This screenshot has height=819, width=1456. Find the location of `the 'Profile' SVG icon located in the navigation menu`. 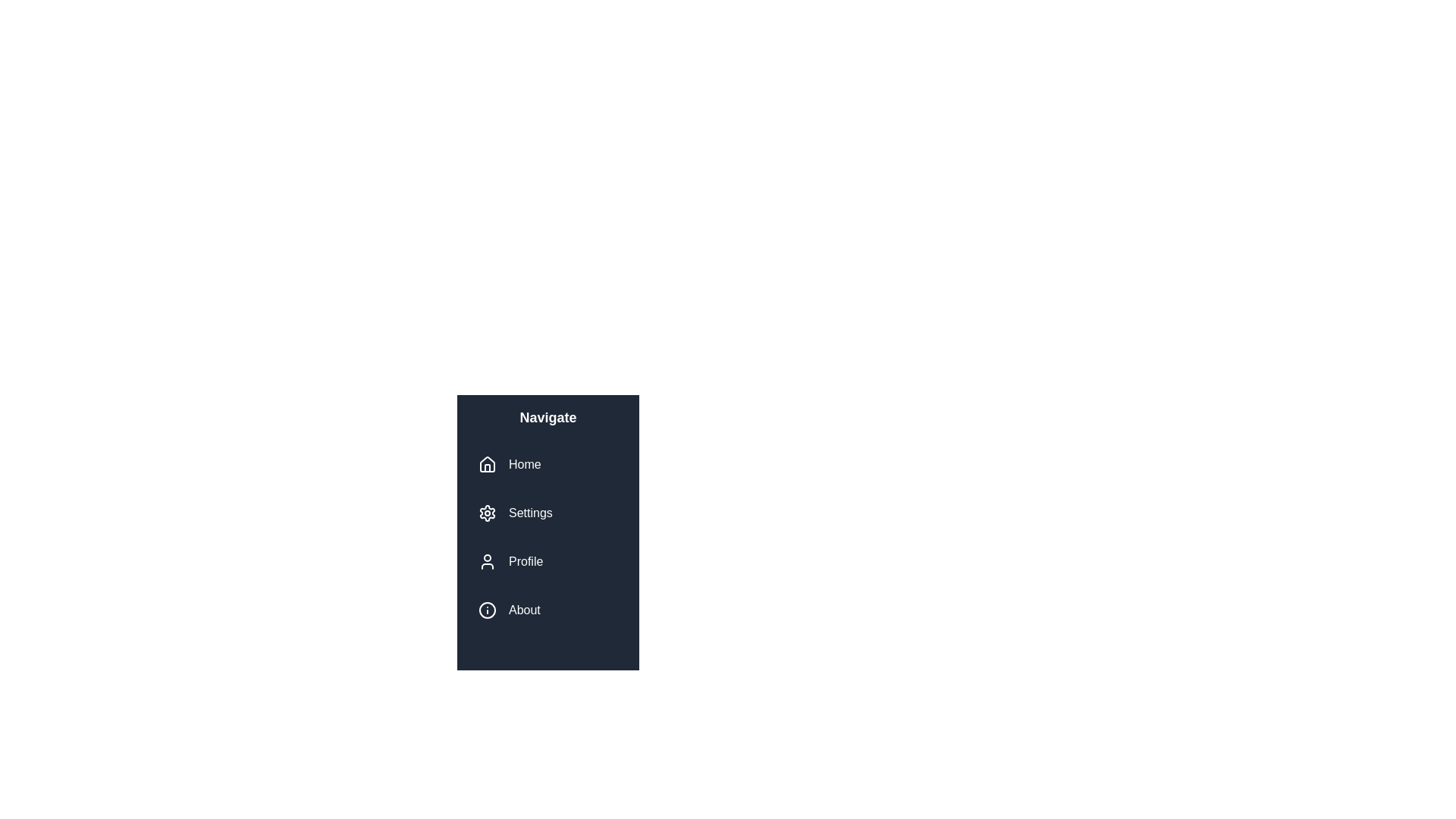

the 'Profile' SVG icon located in the navigation menu is located at coordinates (488, 561).